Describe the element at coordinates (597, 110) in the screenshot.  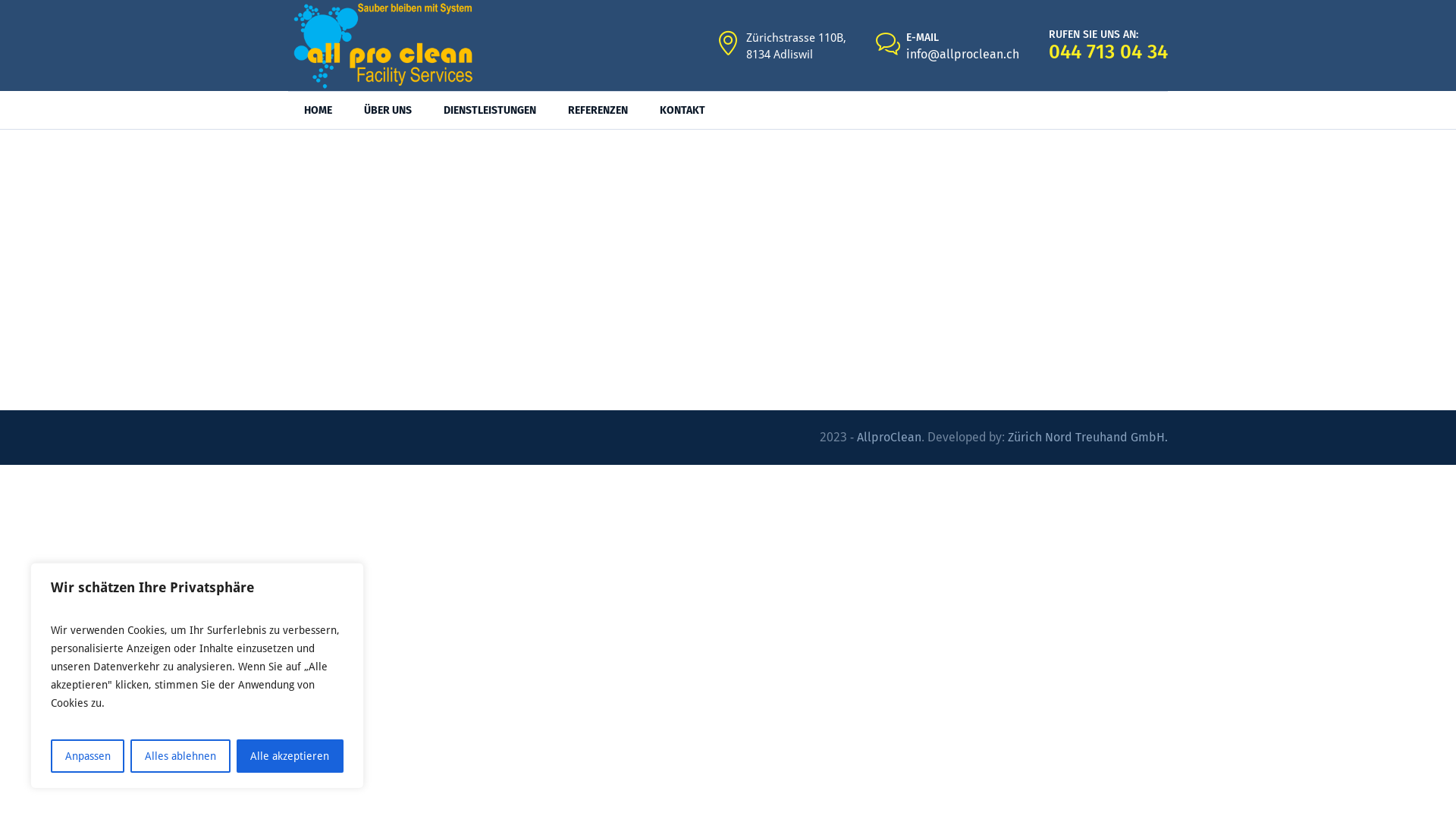
I see `'REFERENZEN'` at that location.